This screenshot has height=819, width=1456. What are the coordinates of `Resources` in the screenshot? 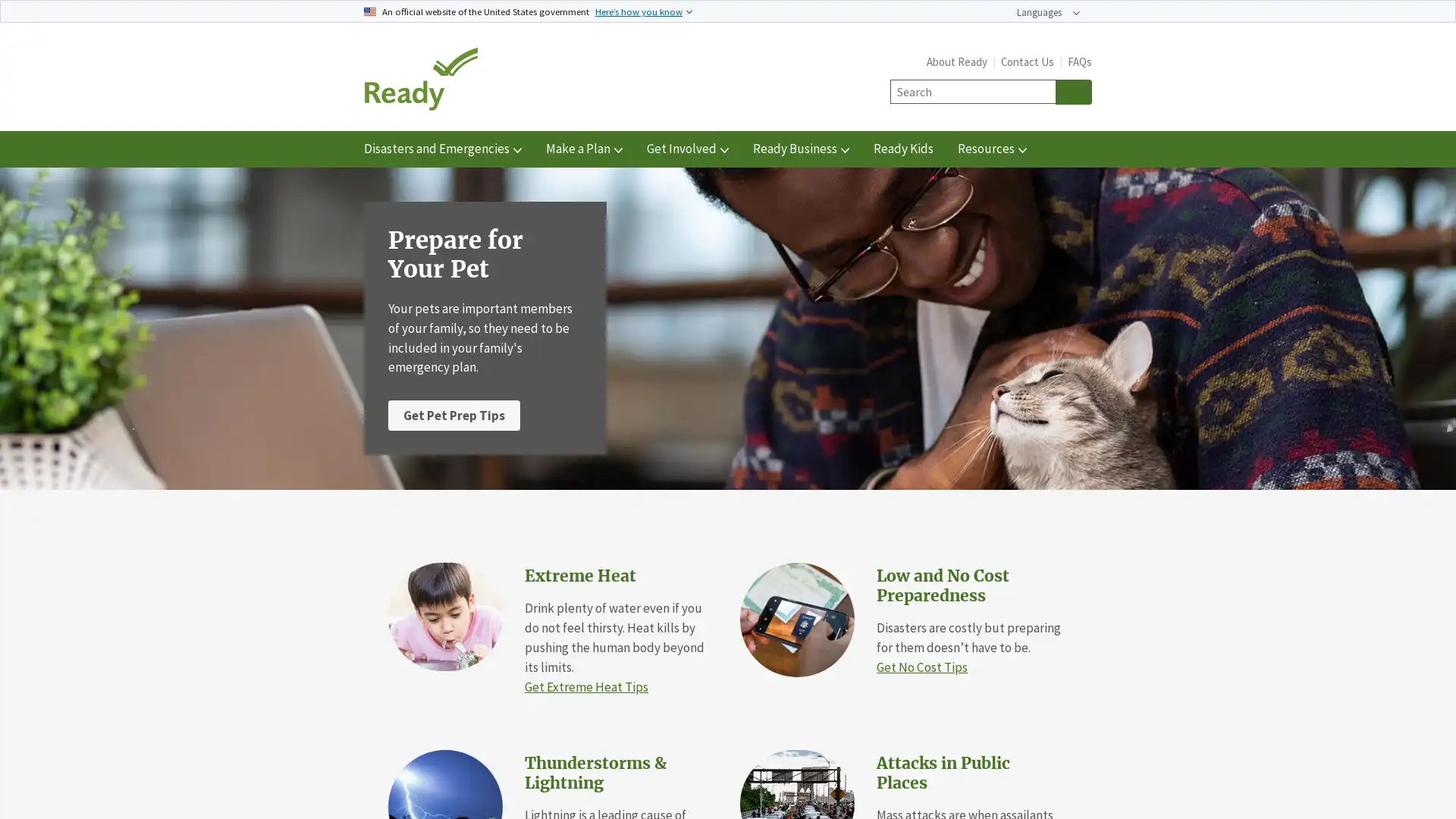 It's located at (992, 149).